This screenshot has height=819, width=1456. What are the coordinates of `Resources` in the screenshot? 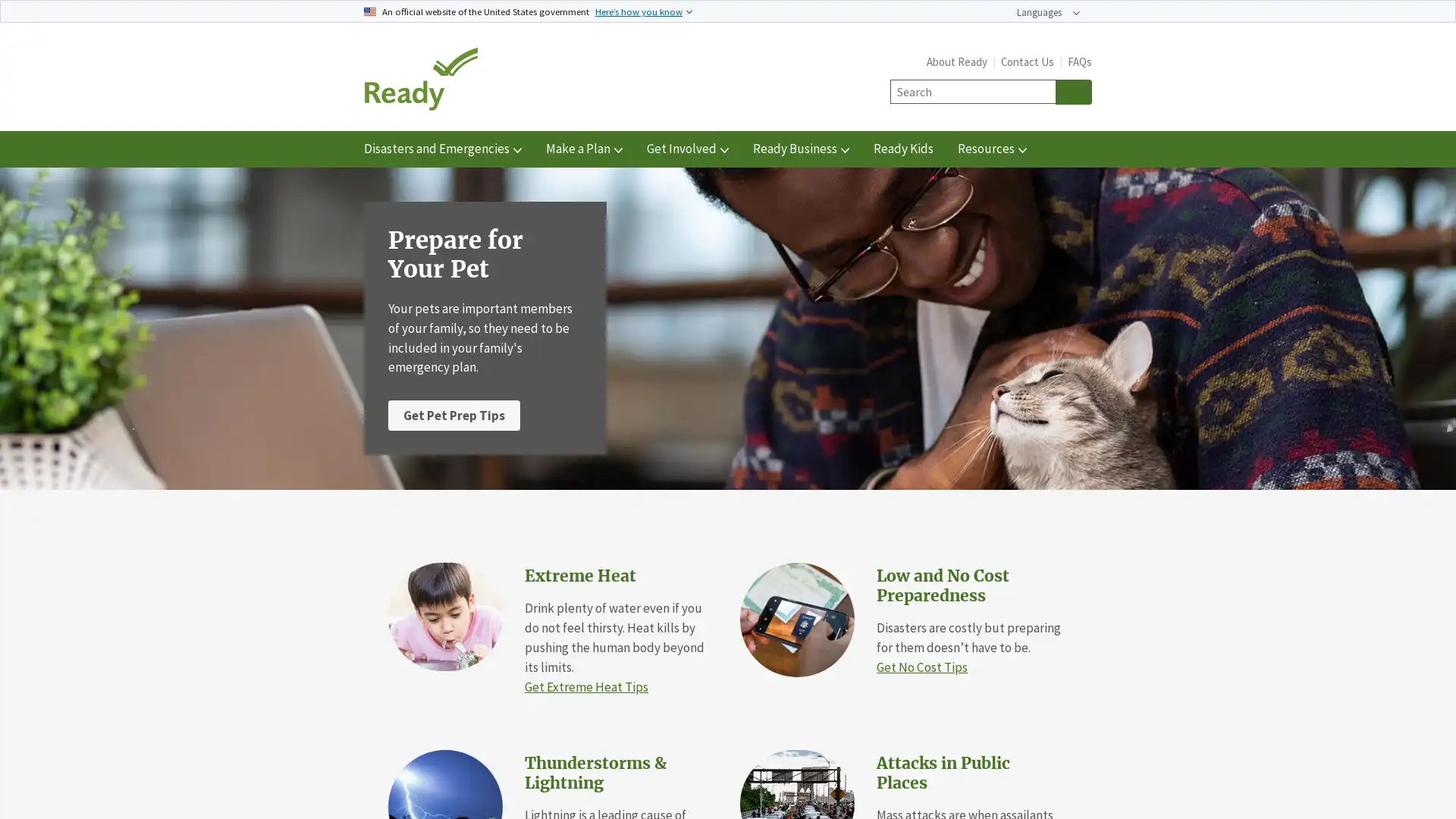 It's located at (992, 149).